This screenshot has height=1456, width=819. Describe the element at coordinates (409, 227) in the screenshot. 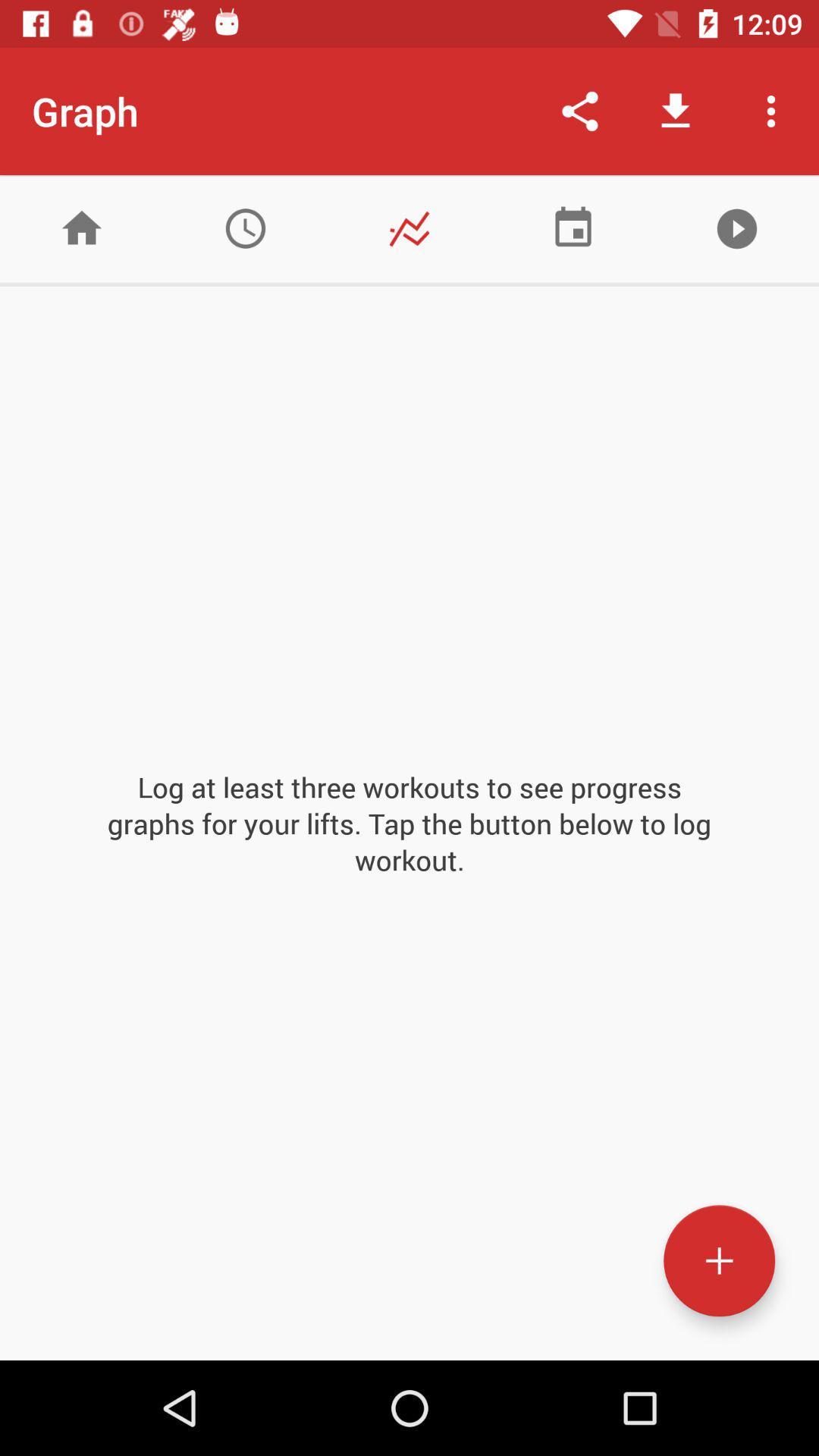

I see `switch graphs option` at that location.